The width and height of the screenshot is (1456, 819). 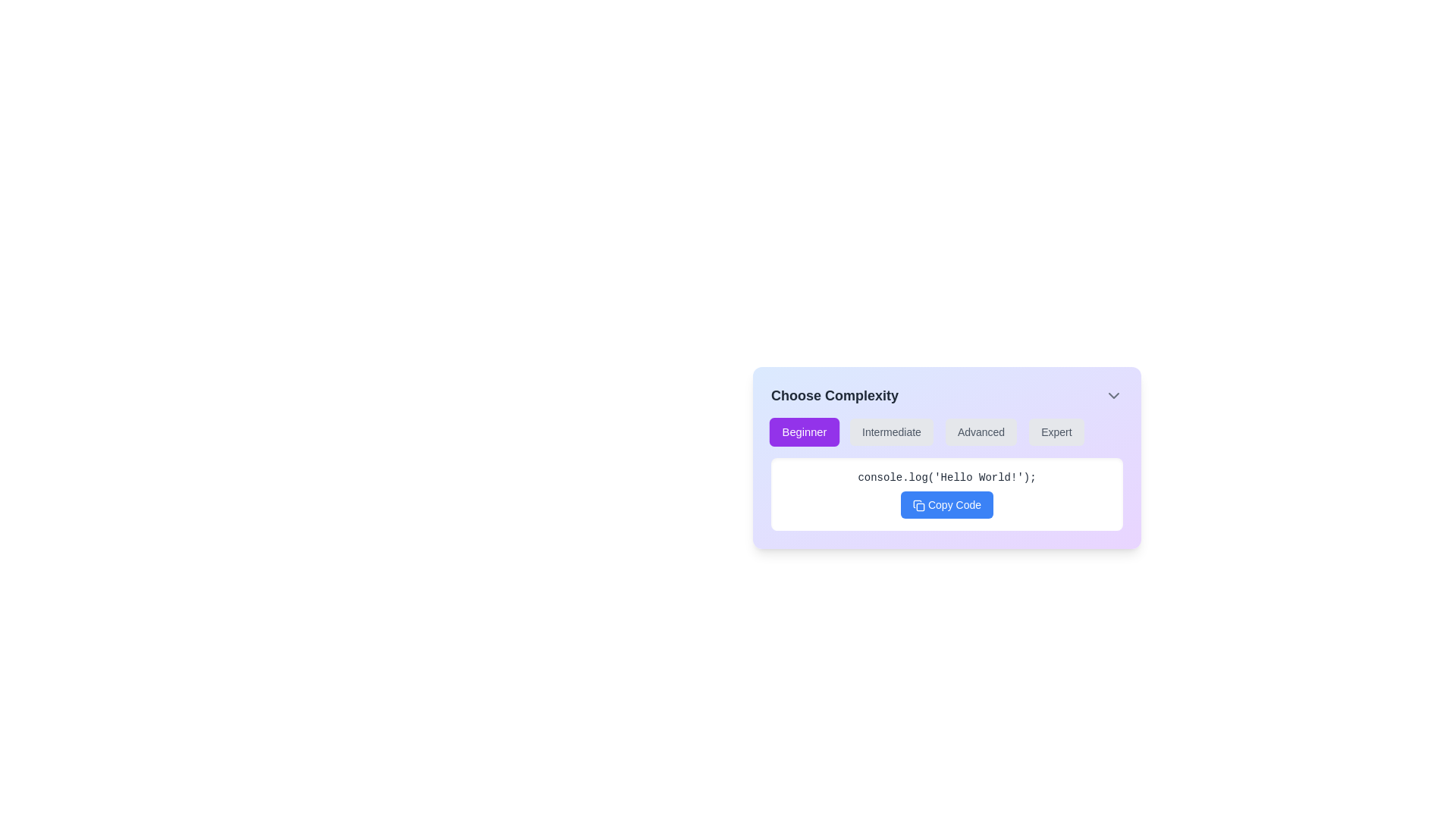 What do you see at coordinates (946, 394) in the screenshot?
I see `the Dropdown header labeled 'Choose Complexity' to enable keyboard navigation` at bounding box center [946, 394].